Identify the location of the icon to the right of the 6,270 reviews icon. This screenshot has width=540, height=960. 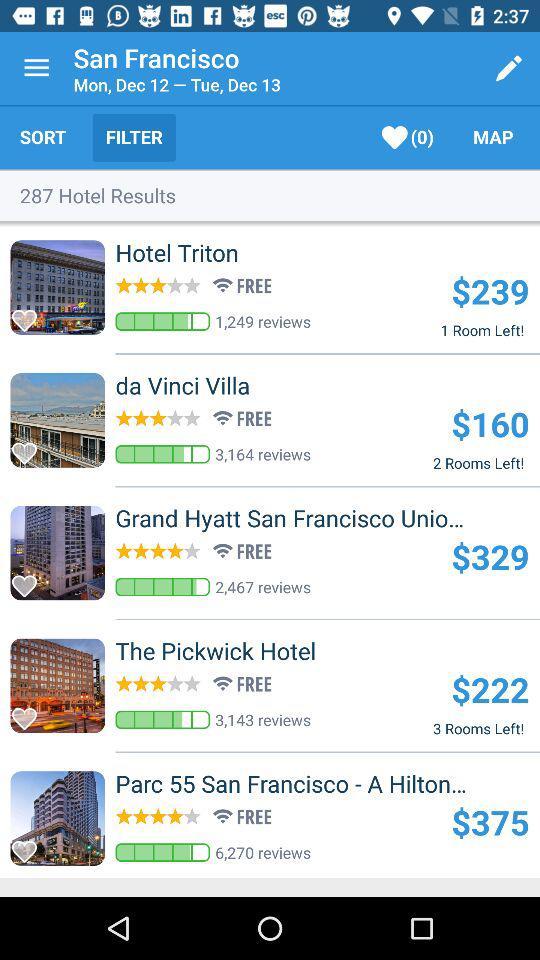
(489, 822).